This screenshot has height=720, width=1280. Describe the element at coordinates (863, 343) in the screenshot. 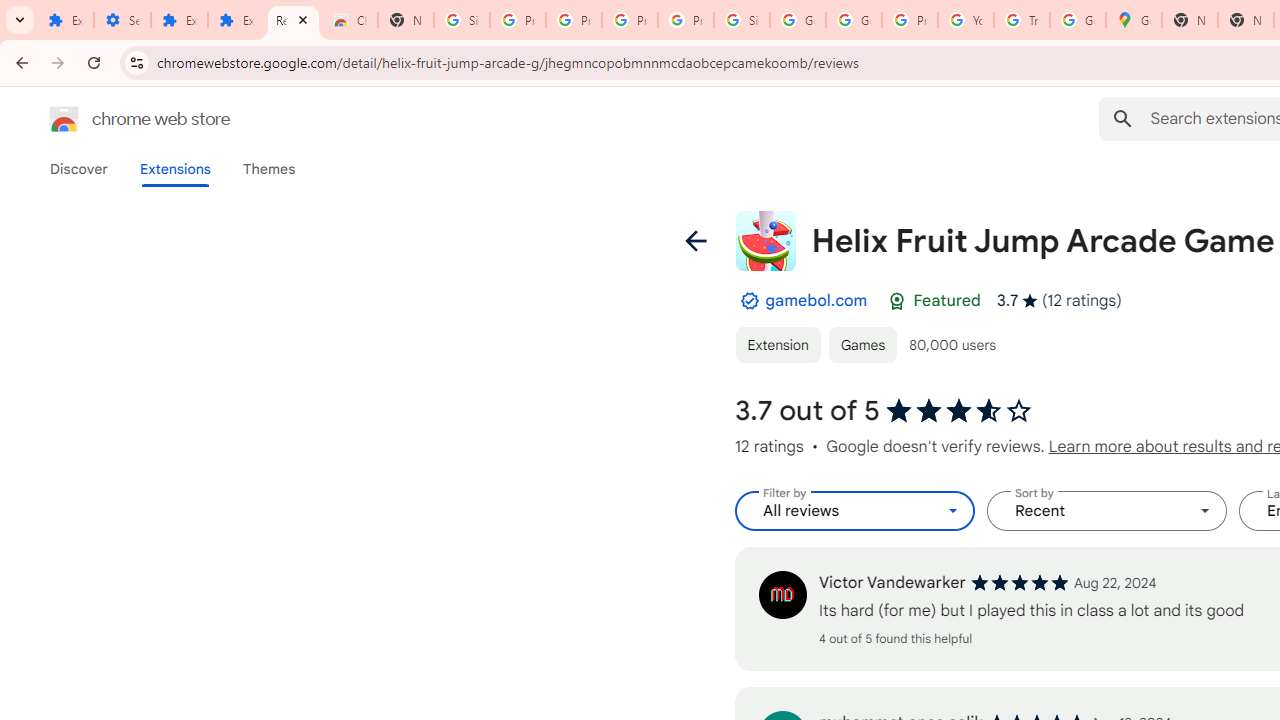

I see `'Games'` at that location.